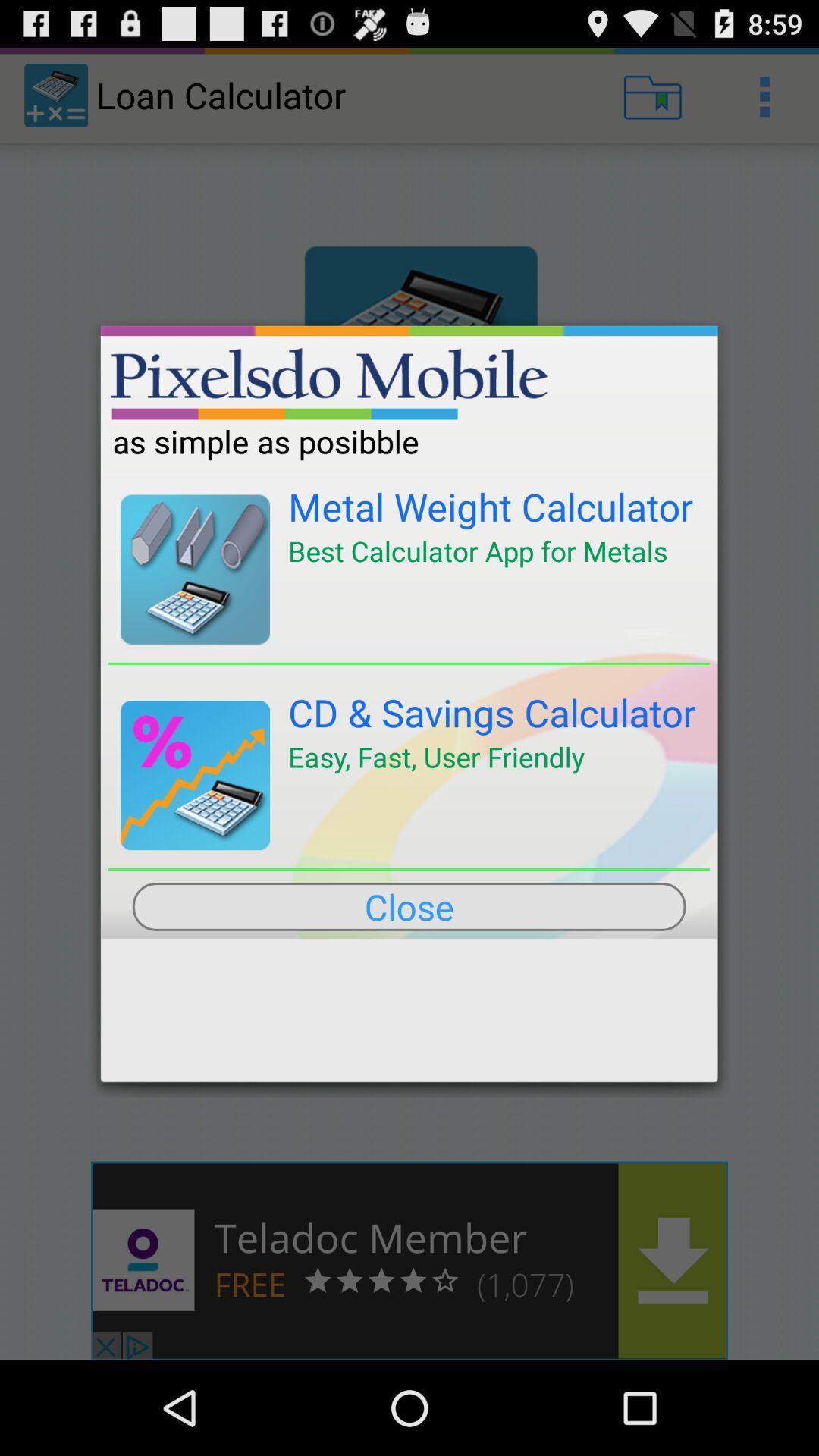  I want to click on the item above easy fast user item, so click(492, 711).